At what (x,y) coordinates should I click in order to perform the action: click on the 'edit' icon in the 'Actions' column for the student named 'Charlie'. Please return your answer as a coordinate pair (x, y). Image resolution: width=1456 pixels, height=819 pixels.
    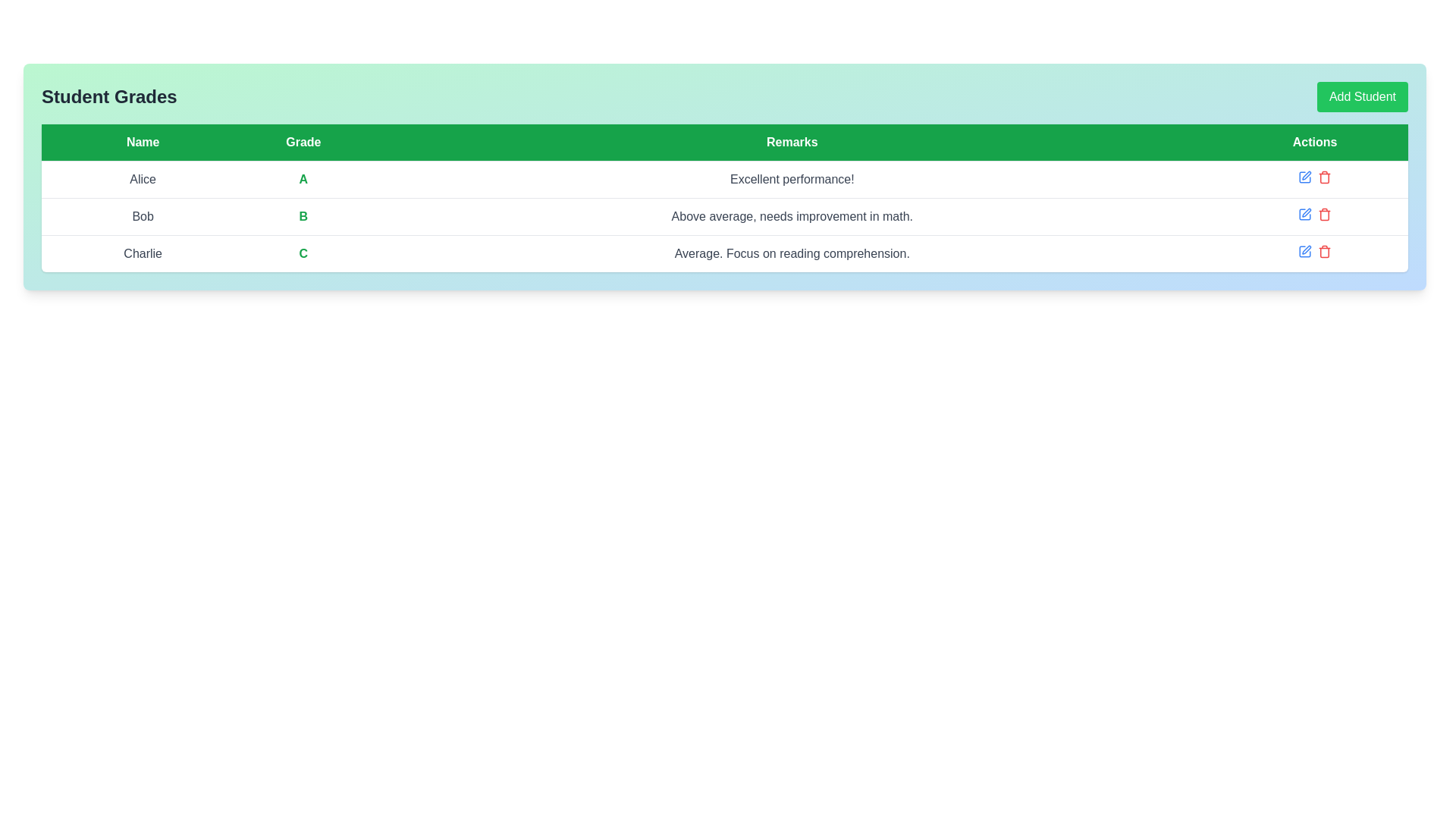
    Looking at the image, I should click on (1304, 250).